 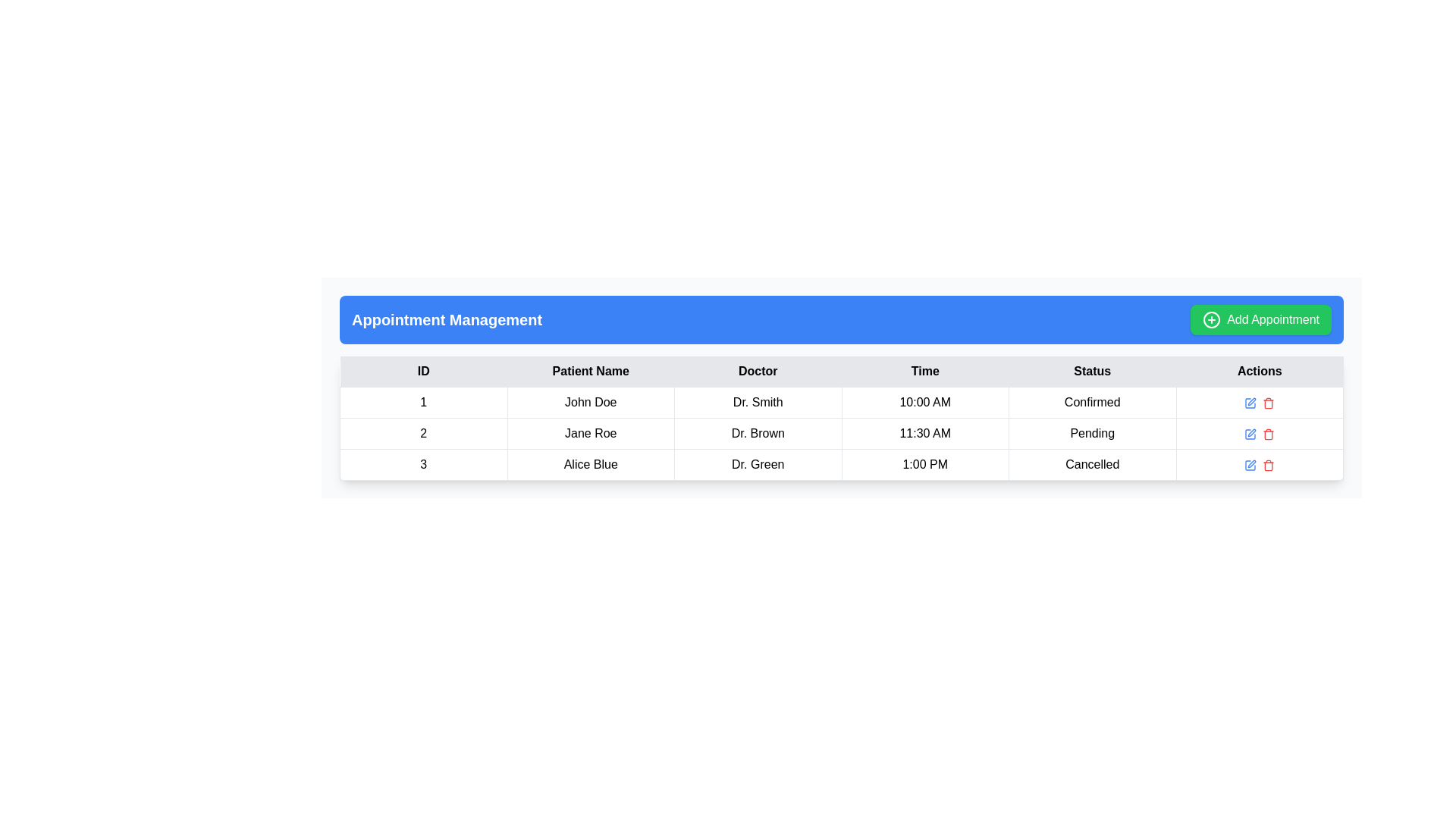 What do you see at coordinates (1252, 400) in the screenshot?
I see `the edit icon in the second row of the 'Actions' column of the table` at bounding box center [1252, 400].